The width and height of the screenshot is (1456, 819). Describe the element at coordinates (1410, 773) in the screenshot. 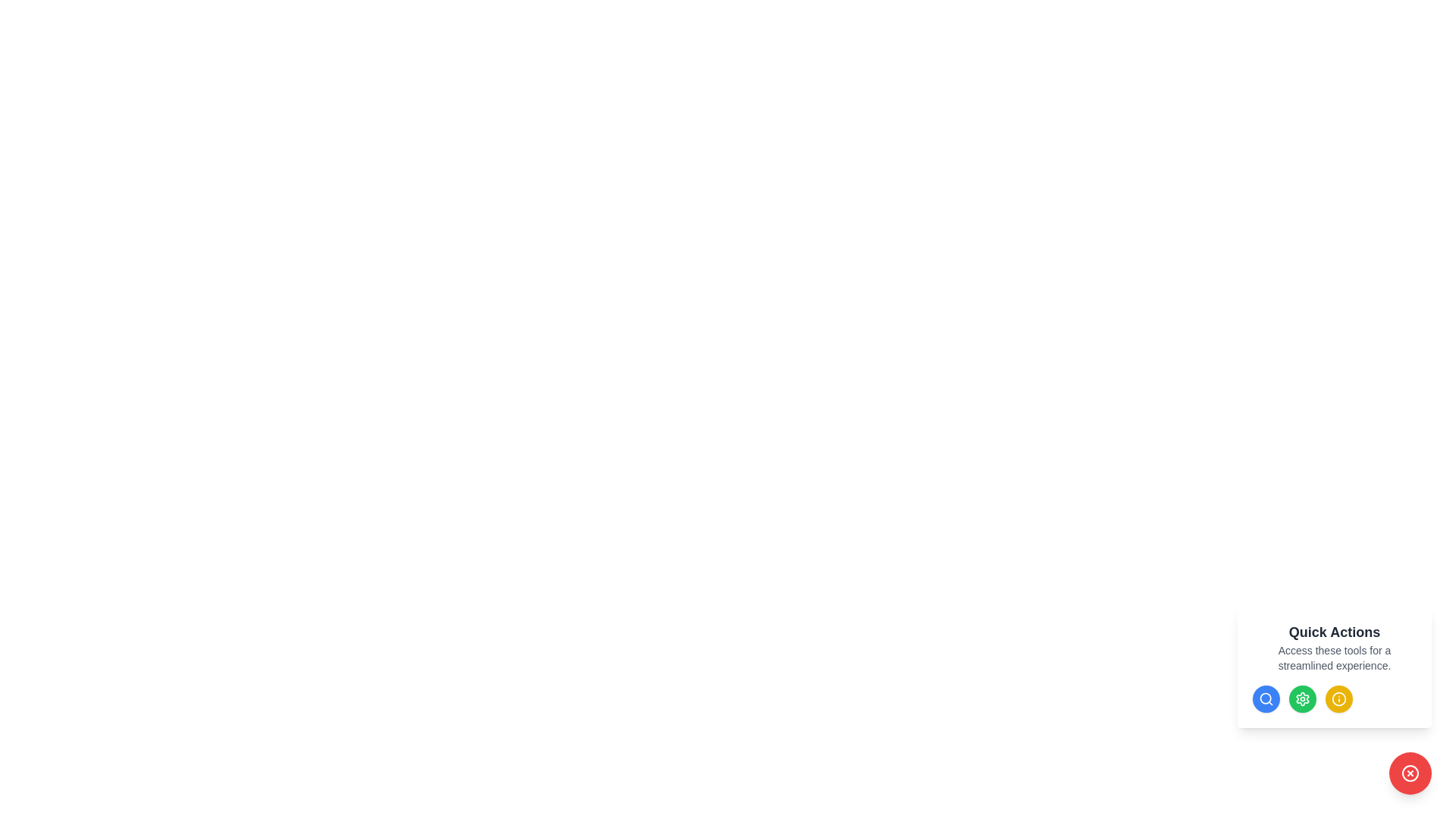

I see `the circular graphical component representing the 'X' icon located at the bottom-right corner of the interface` at that location.